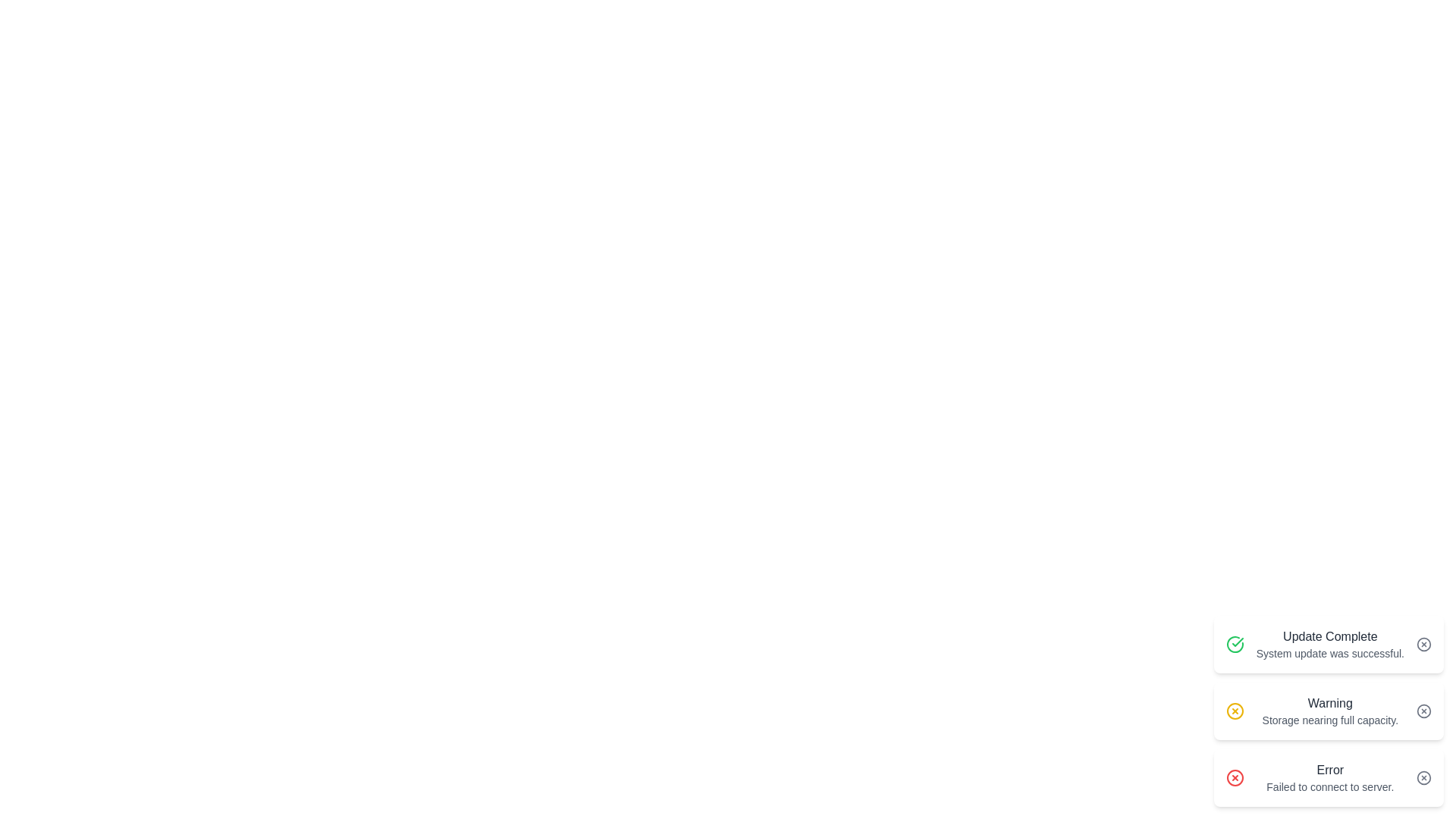 The width and height of the screenshot is (1456, 819). I want to click on the warning icon located within the notification component on the right side of the page, so click(1423, 711).